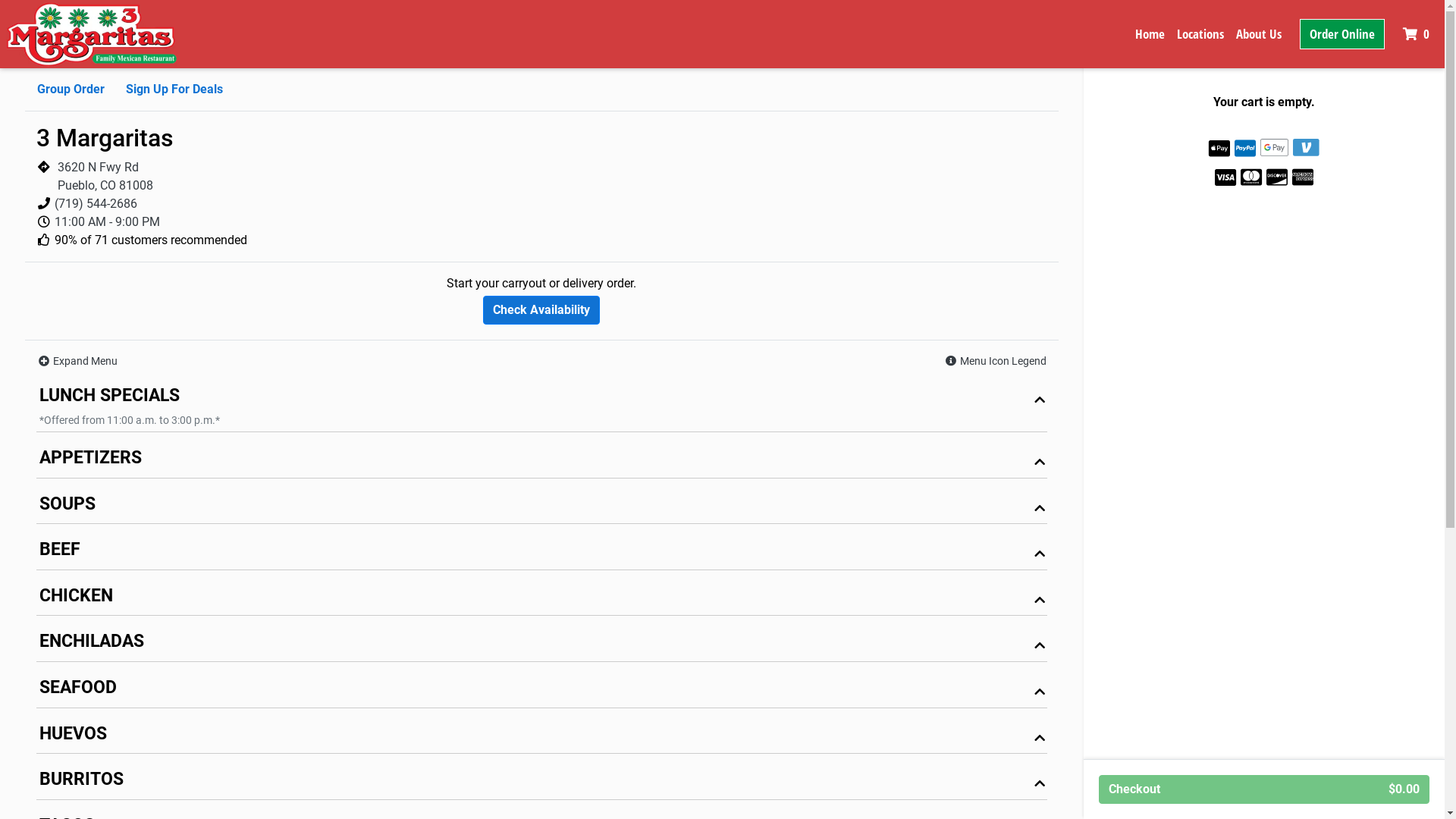 The image size is (1456, 819). I want to click on '3620 N Fwy Rd, so click(105, 175).